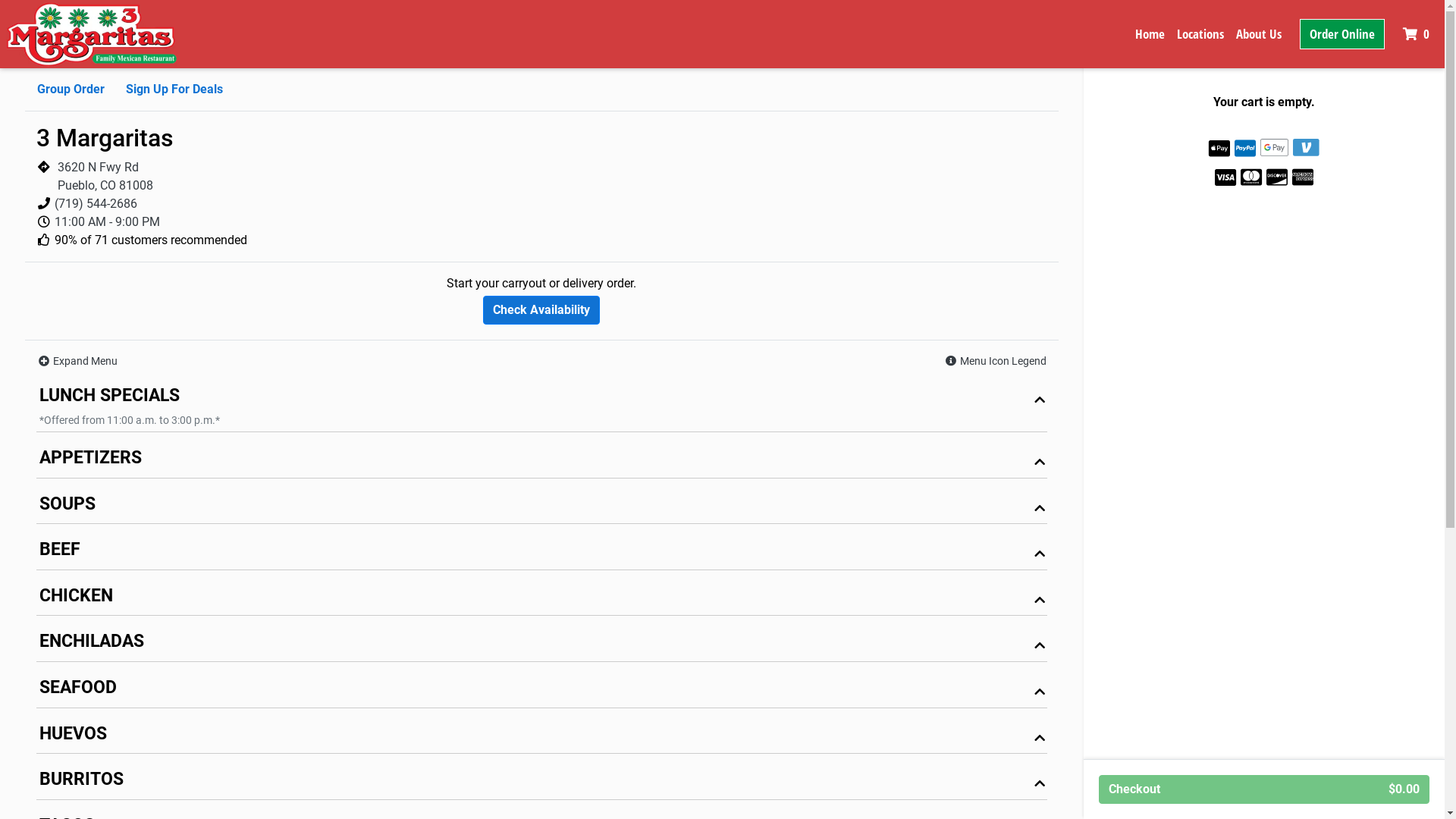 The image size is (1456, 819). I want to click on '3620 N Fwy Rd, so click(105, 175).